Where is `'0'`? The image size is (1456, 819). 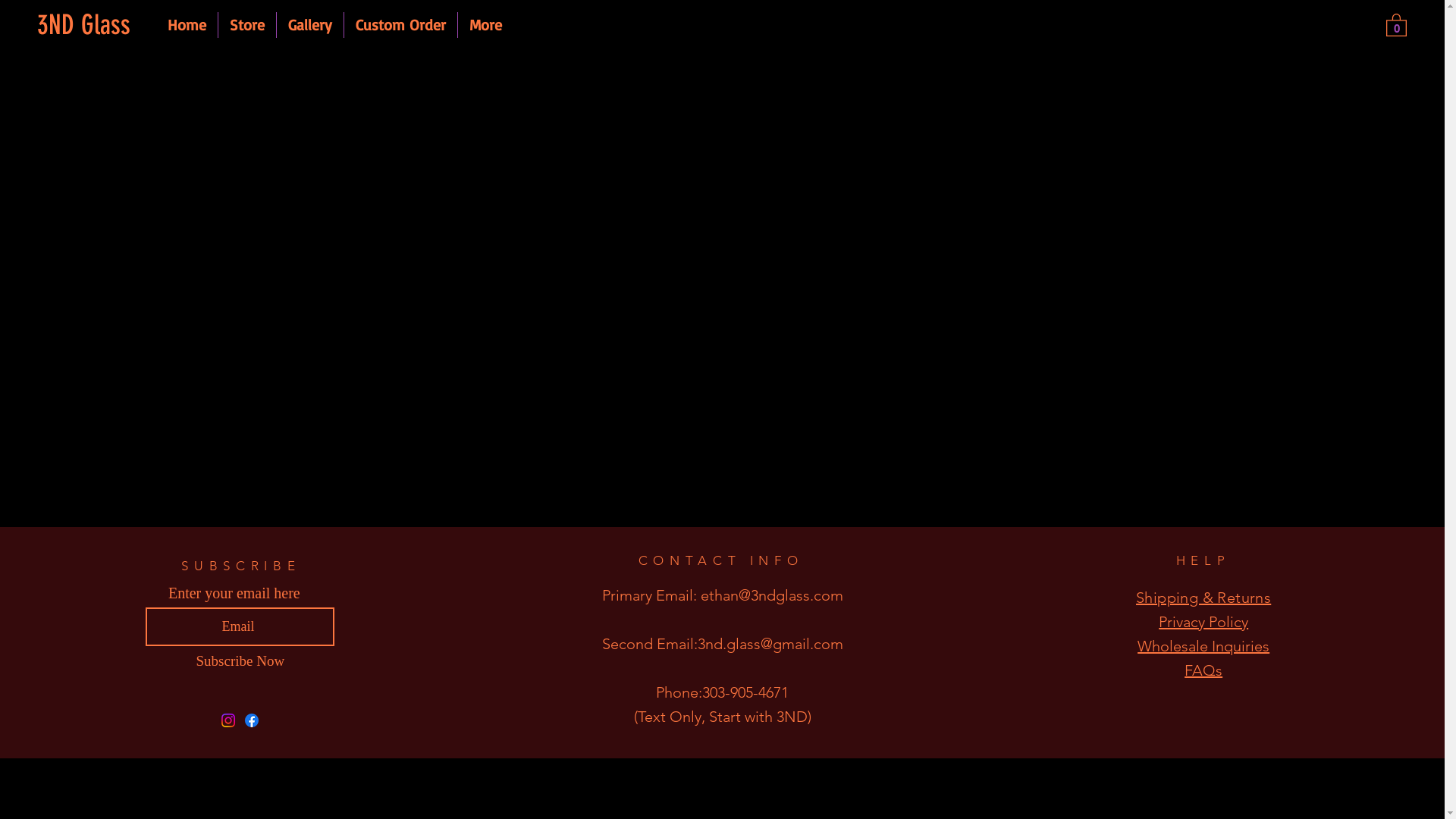
'0' is located at coordinates (1395, 24).